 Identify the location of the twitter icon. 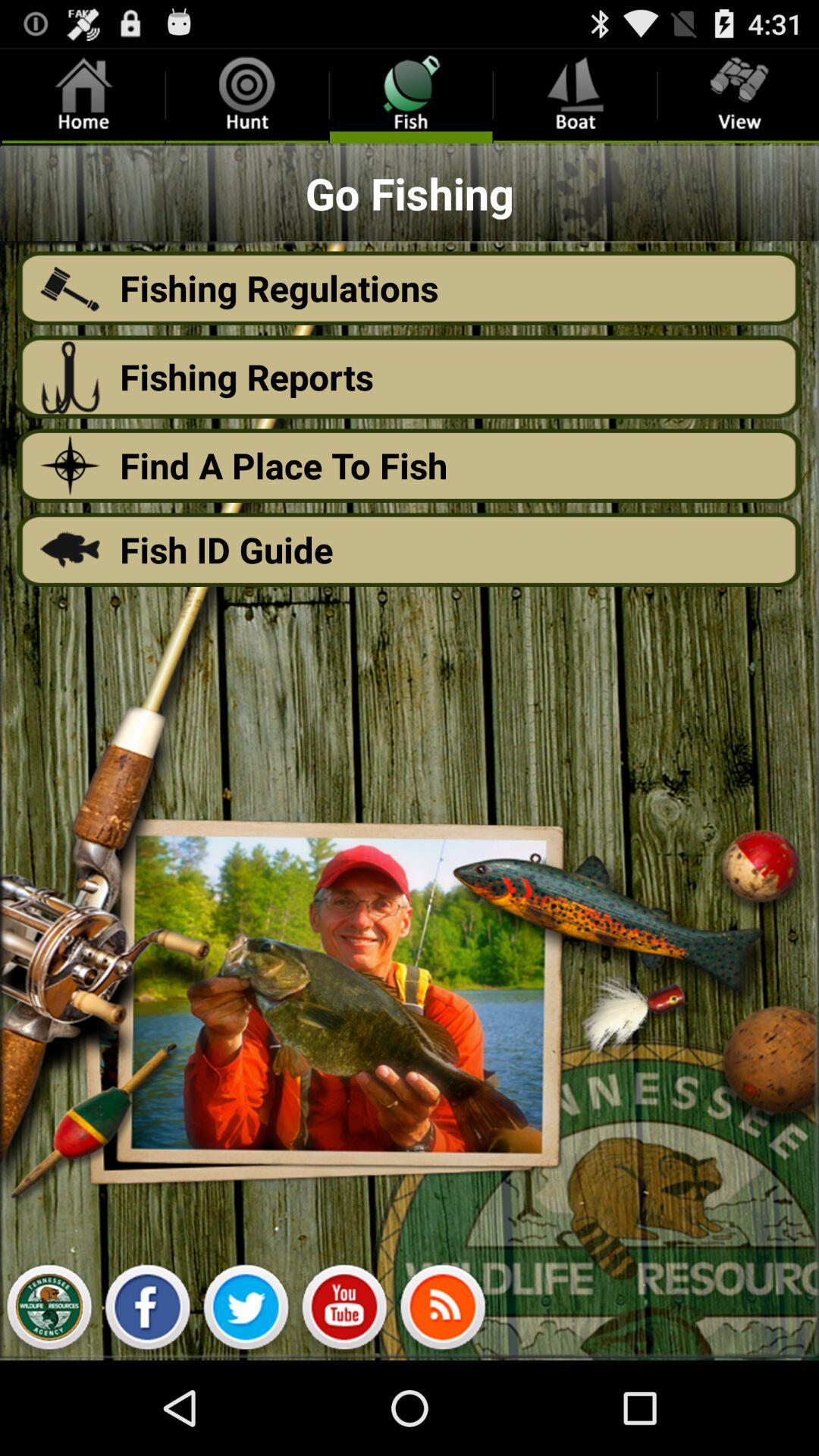
(245, 1402).